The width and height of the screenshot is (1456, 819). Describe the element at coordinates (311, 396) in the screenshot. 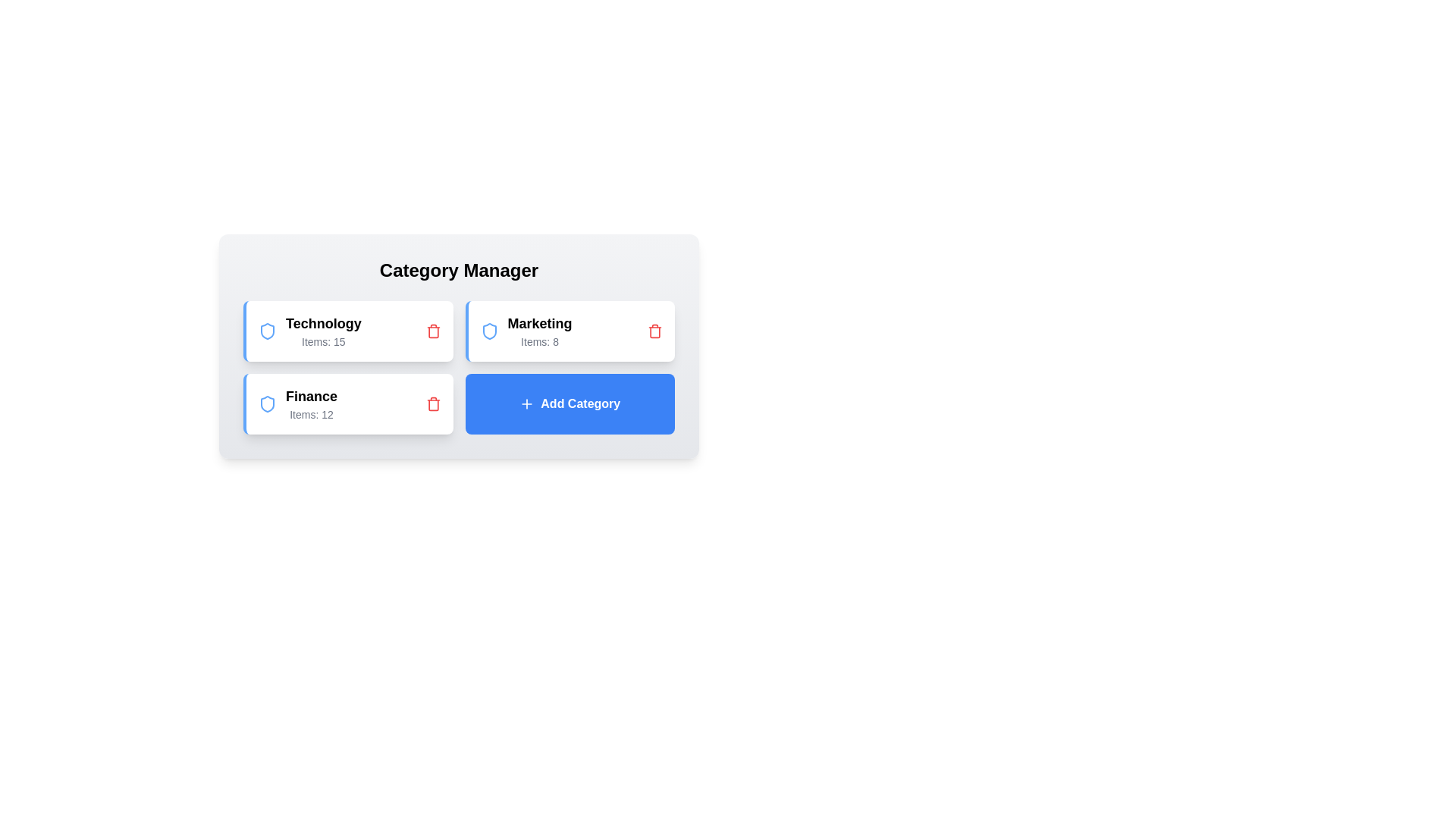

I see `the category name Finance to select it` at that location.